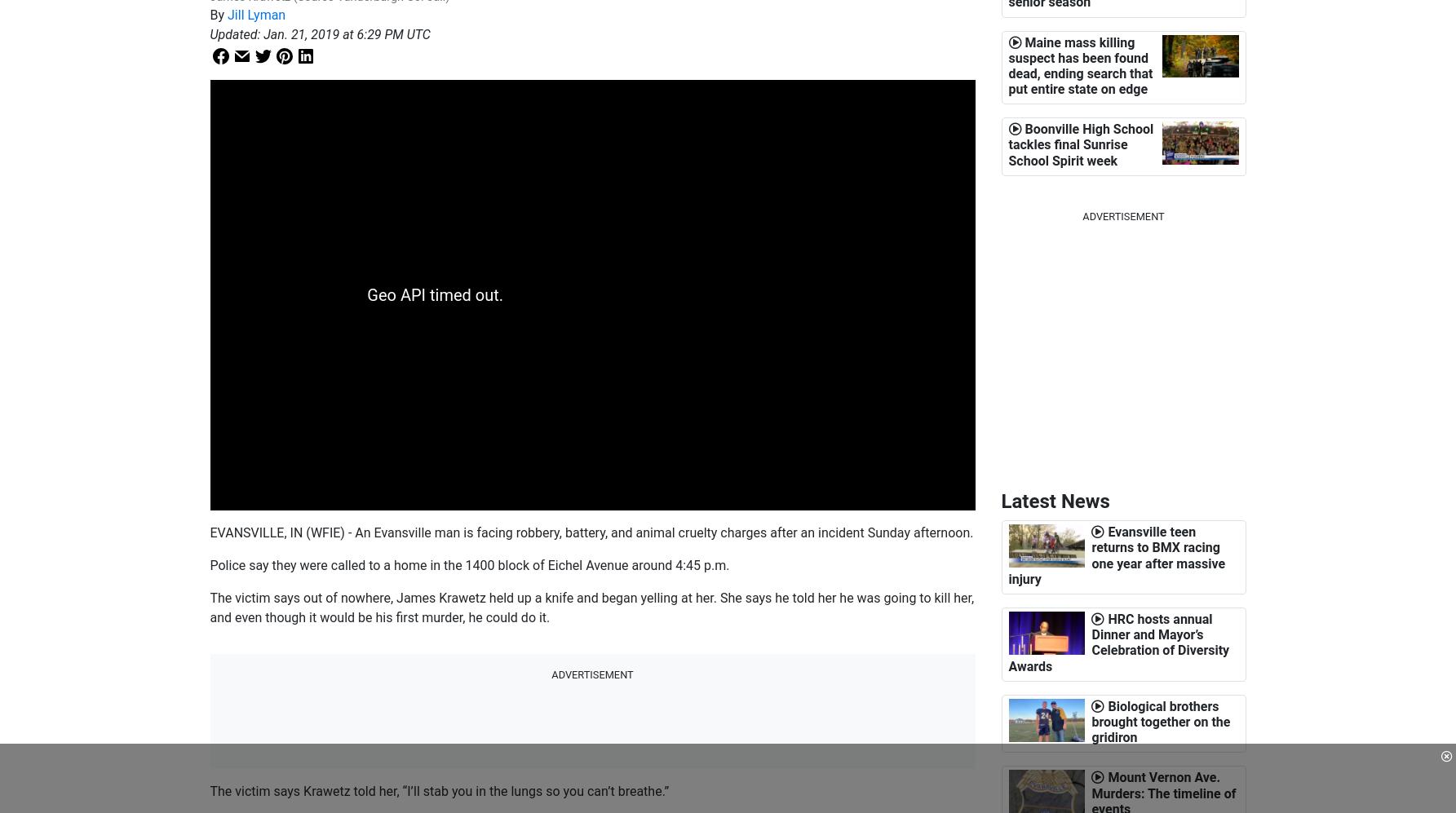  I want to click on 'By', so click(210, 15).